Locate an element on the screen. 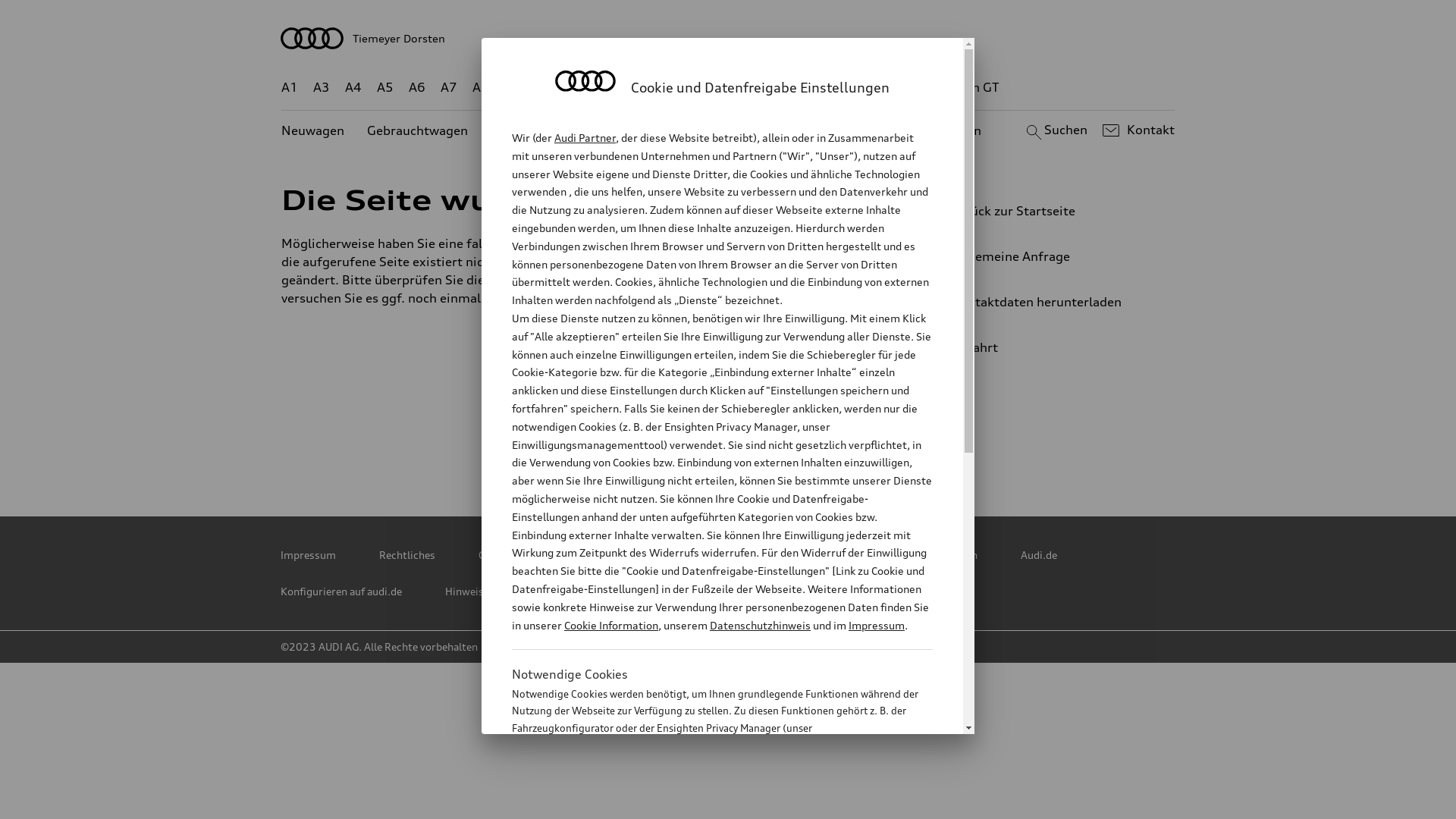 This screenshot has height=819, width=1456. 'Instagram' is located at coordinates (645, 444).